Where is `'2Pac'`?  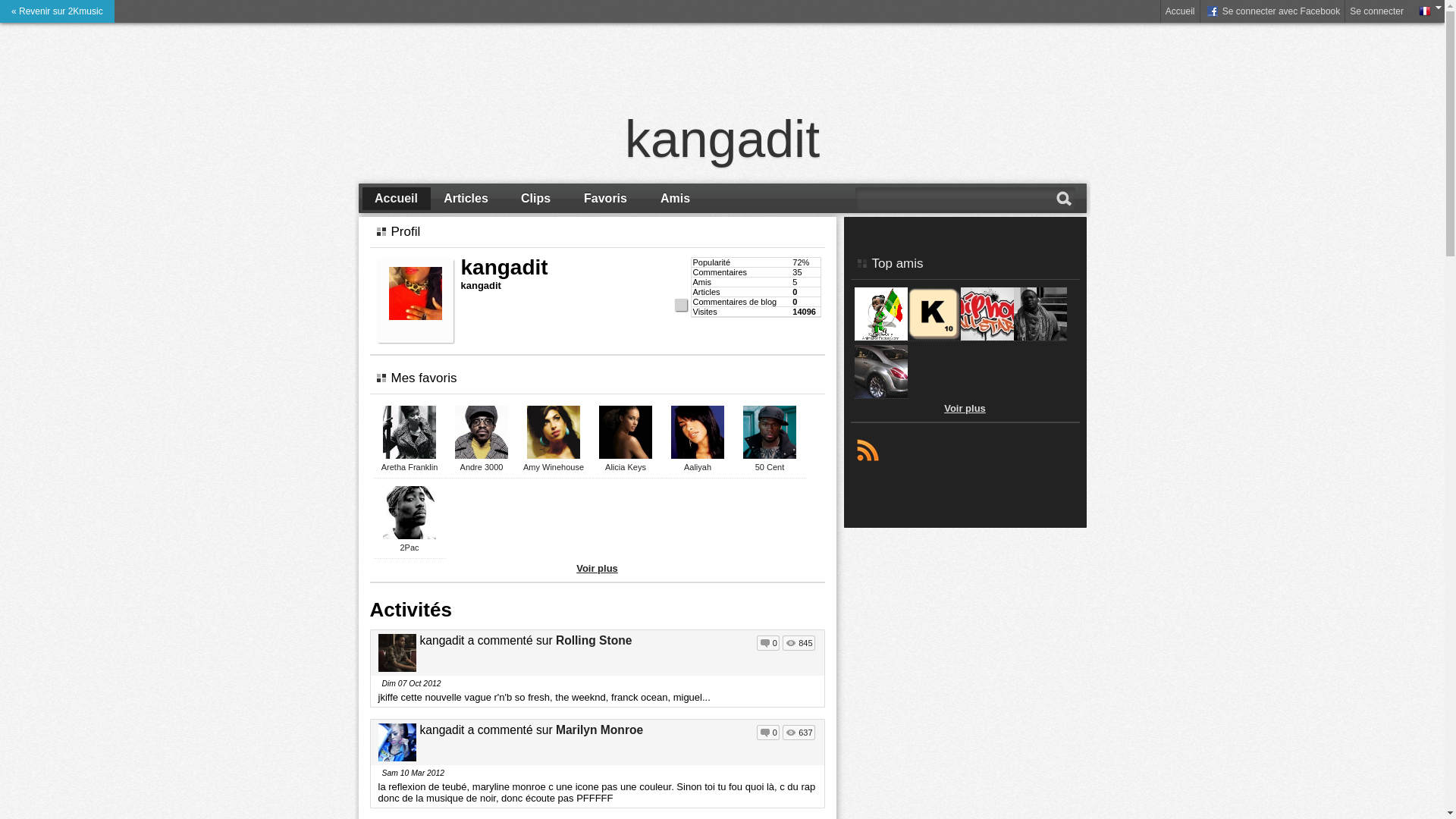
'2Pac' is located at coordinates (409, 547).